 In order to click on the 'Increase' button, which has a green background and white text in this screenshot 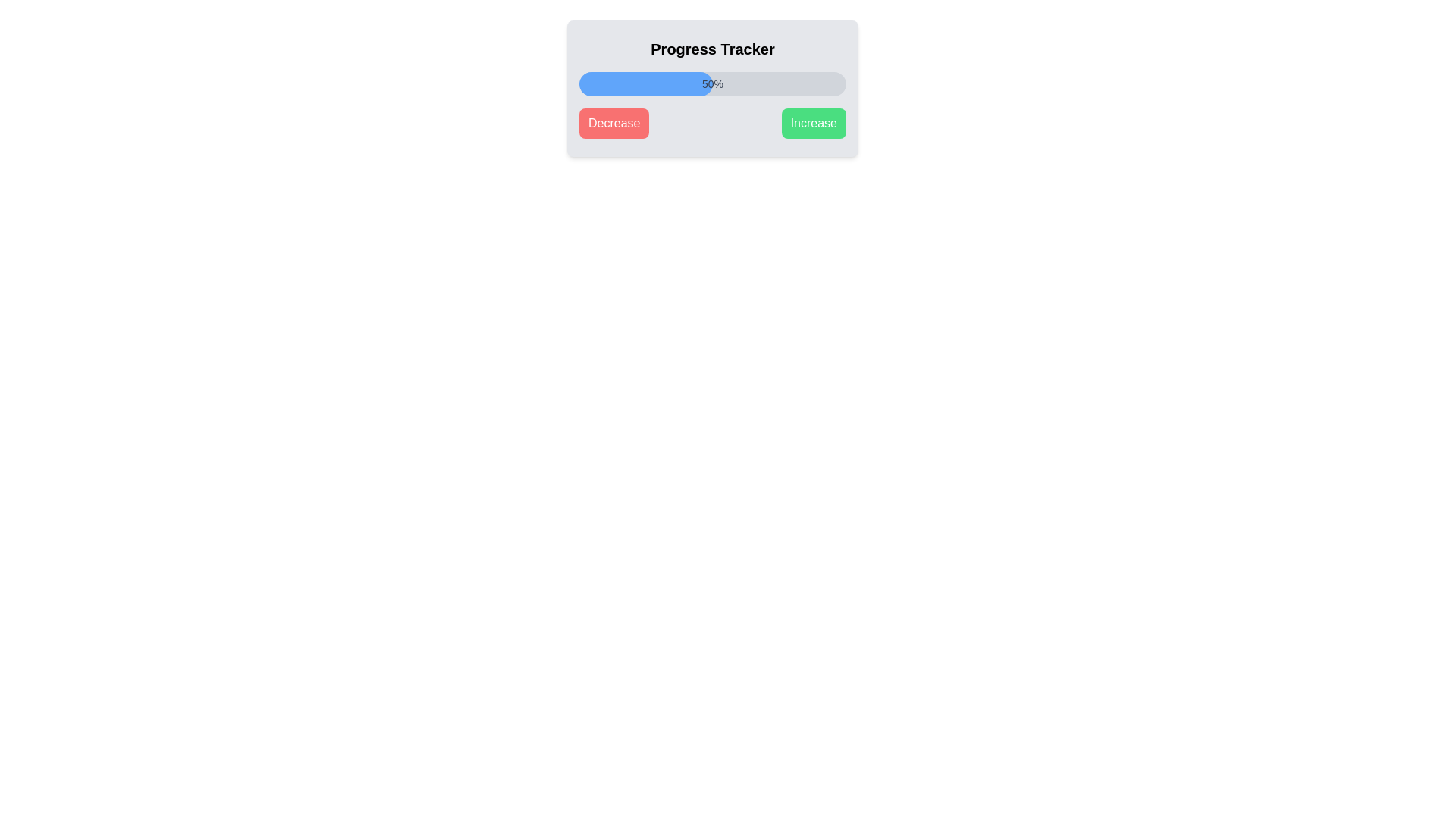, I will do `click(813, 122)`.